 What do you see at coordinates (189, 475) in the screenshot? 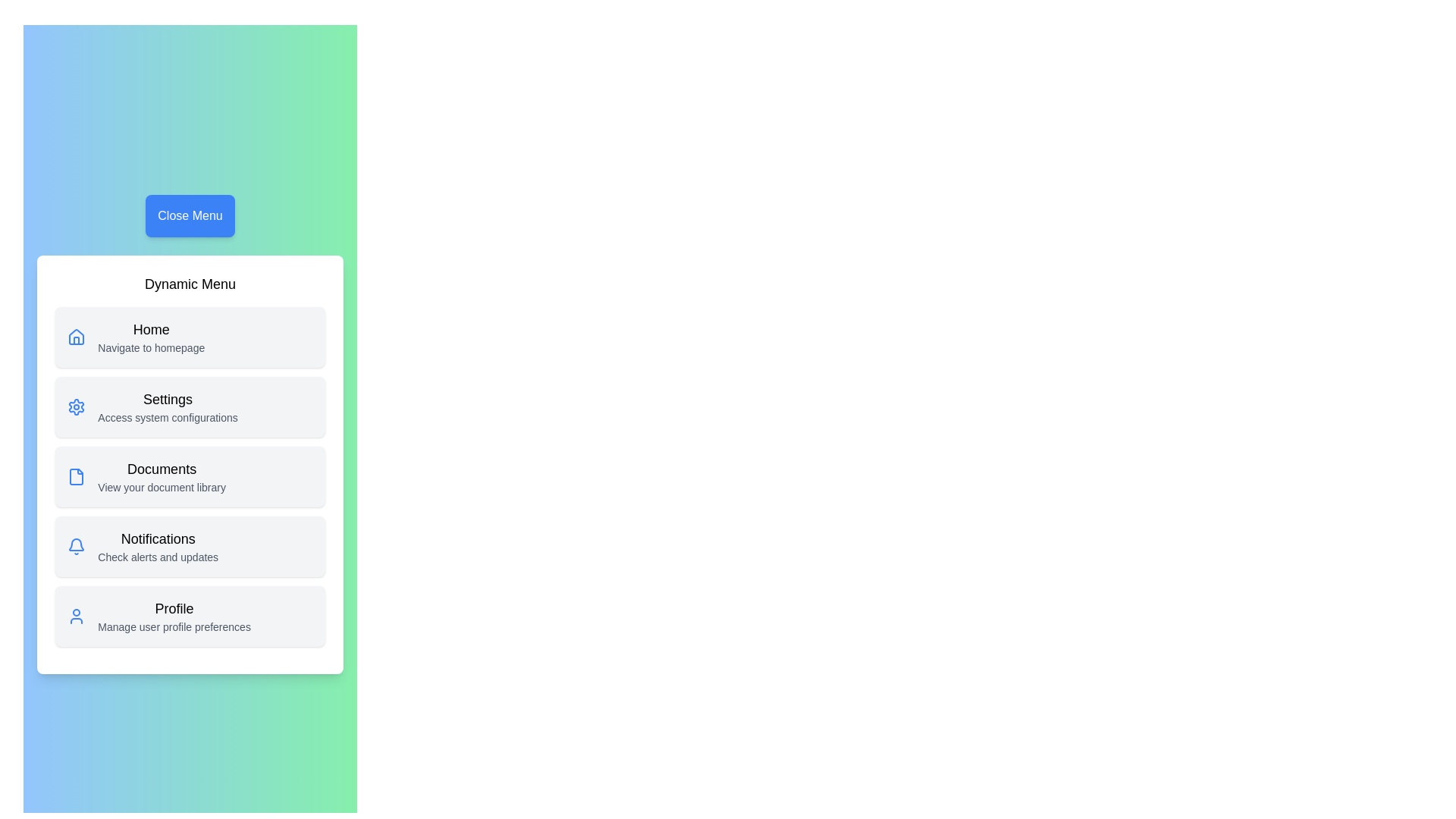
I see `the menu item corresponding to Documents` at bounding box center [189, 475].